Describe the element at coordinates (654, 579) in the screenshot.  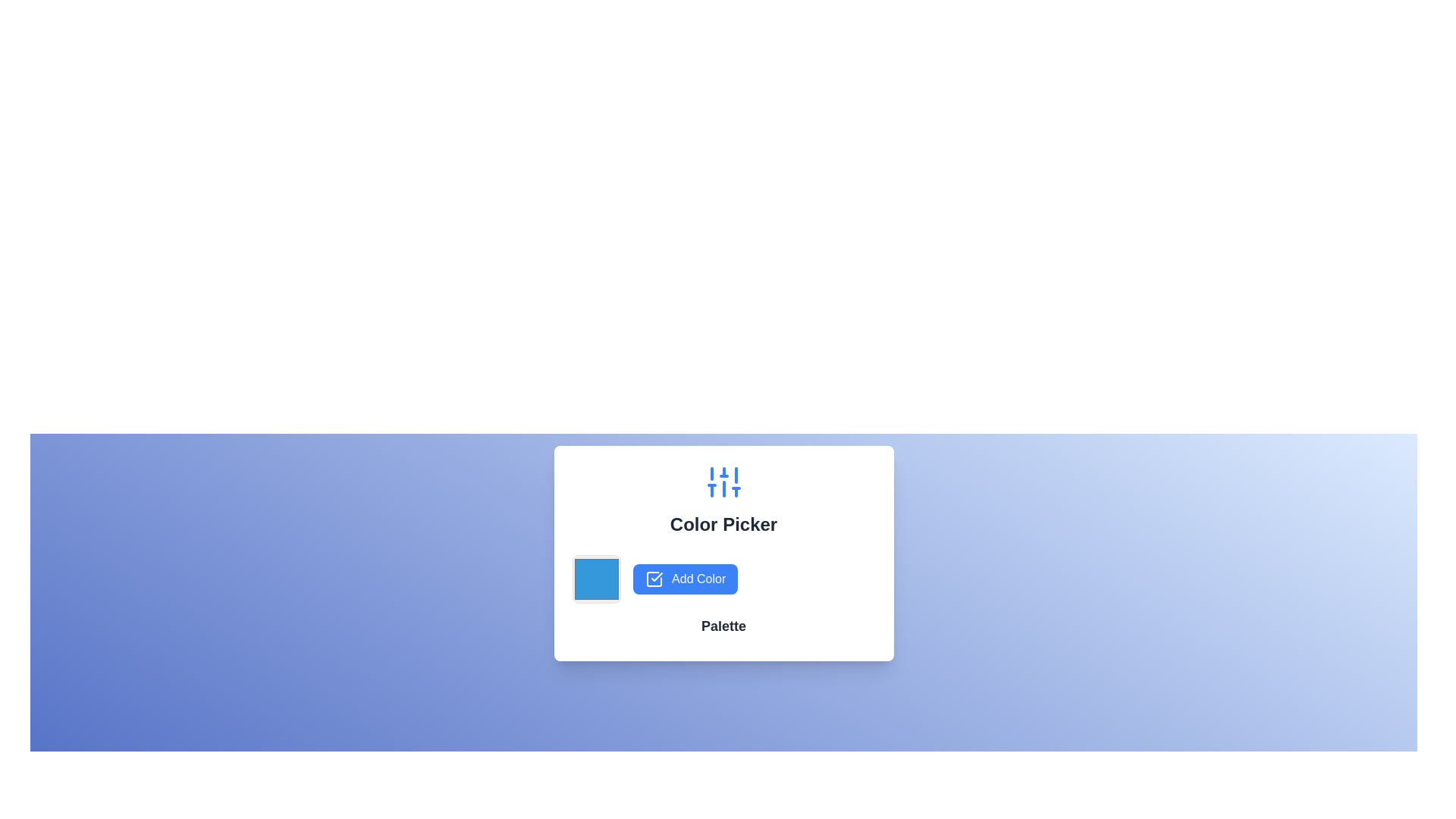
I see `the square-shaped icon with a blue stroke and checkmark that is located to the left of the 'Add Color' button` at that location.